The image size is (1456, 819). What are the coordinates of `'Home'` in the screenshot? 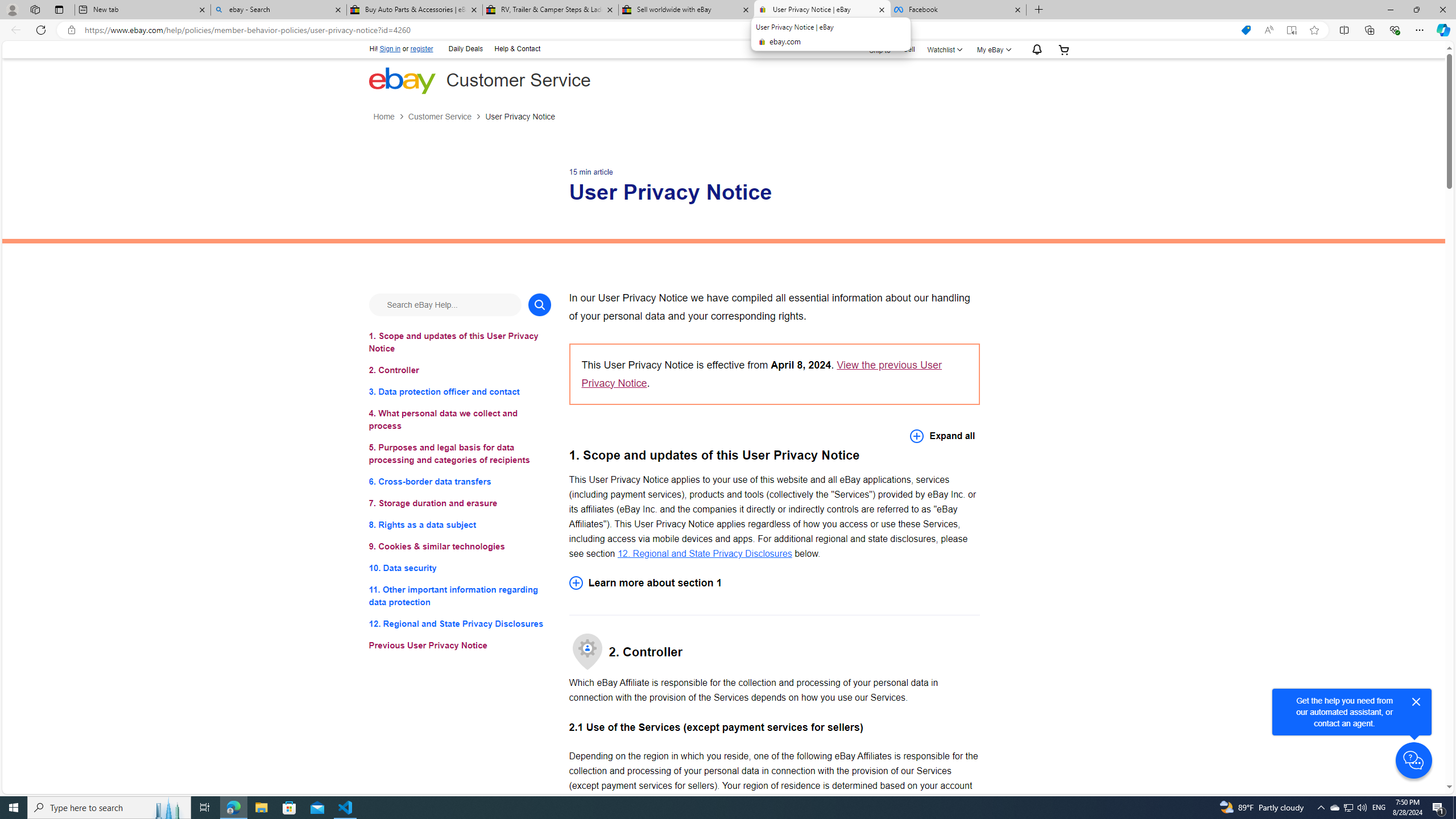 It's located at (383, 116).